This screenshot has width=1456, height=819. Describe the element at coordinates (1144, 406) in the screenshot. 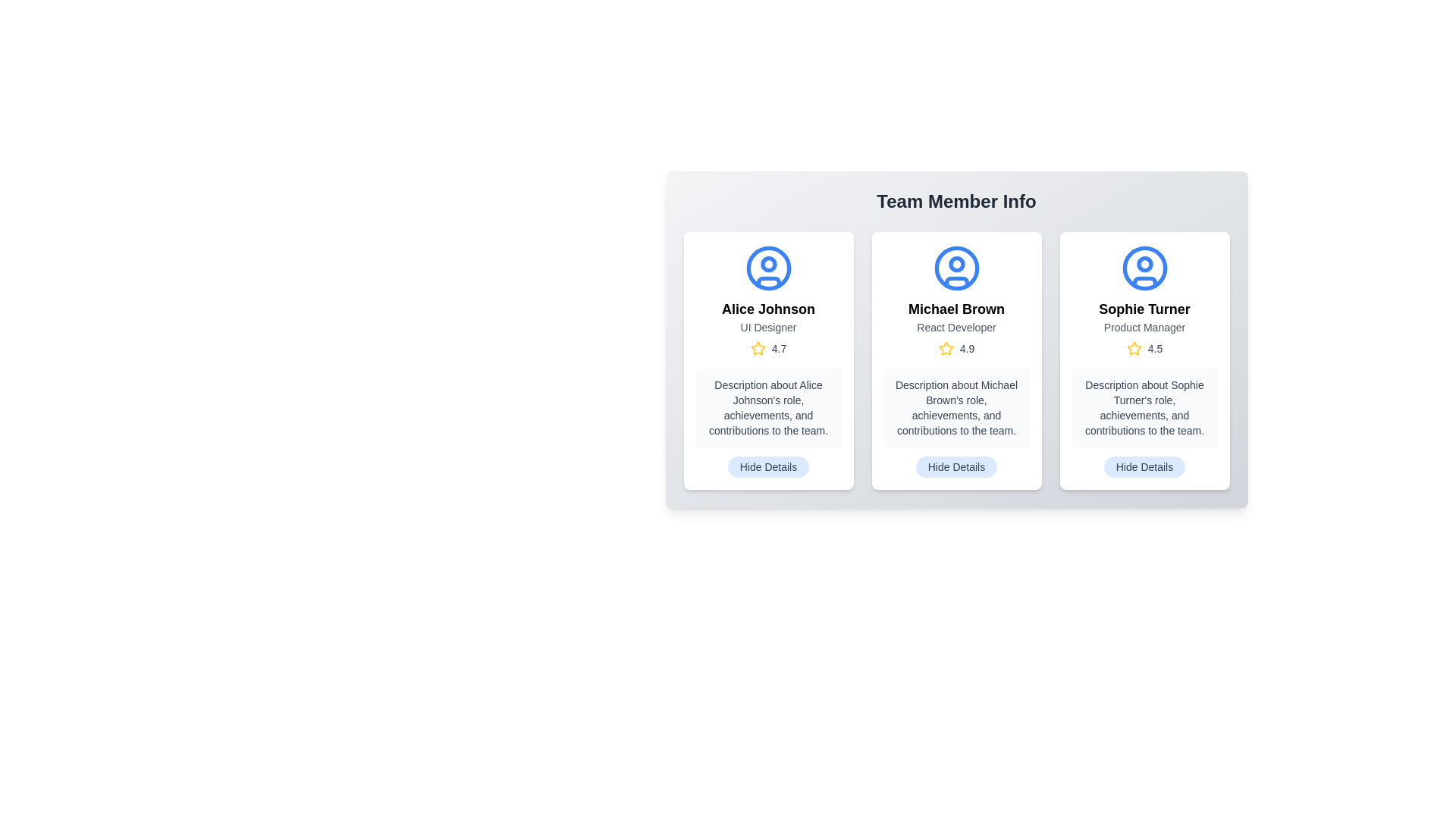

I see `the static text block that provides a detailed description of Sophie Turner, located in the bottom part of the third card in the 'Team Member Info' section` at that location.